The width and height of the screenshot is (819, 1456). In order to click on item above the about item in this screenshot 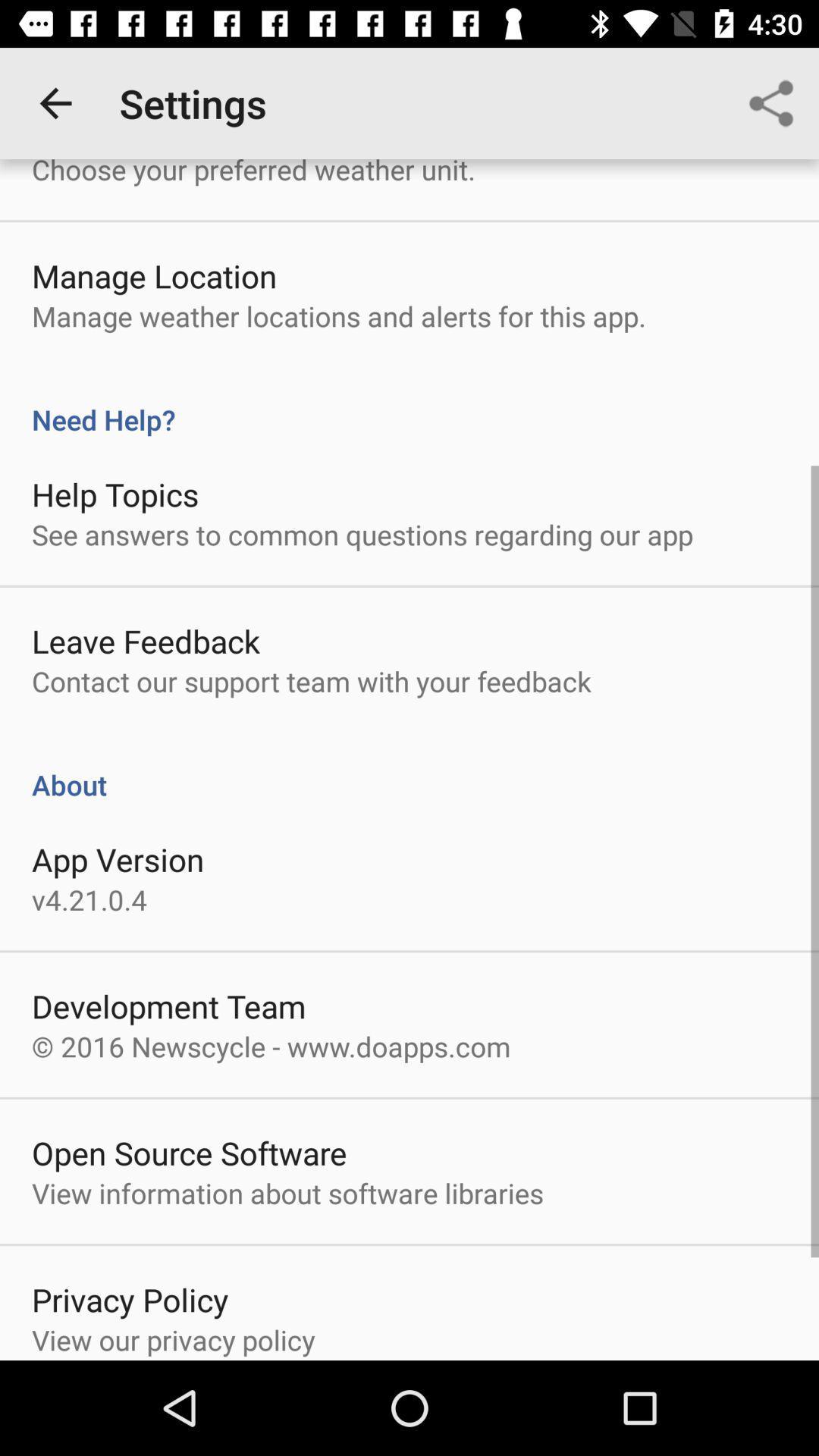, I will do `click(311, 680)`.